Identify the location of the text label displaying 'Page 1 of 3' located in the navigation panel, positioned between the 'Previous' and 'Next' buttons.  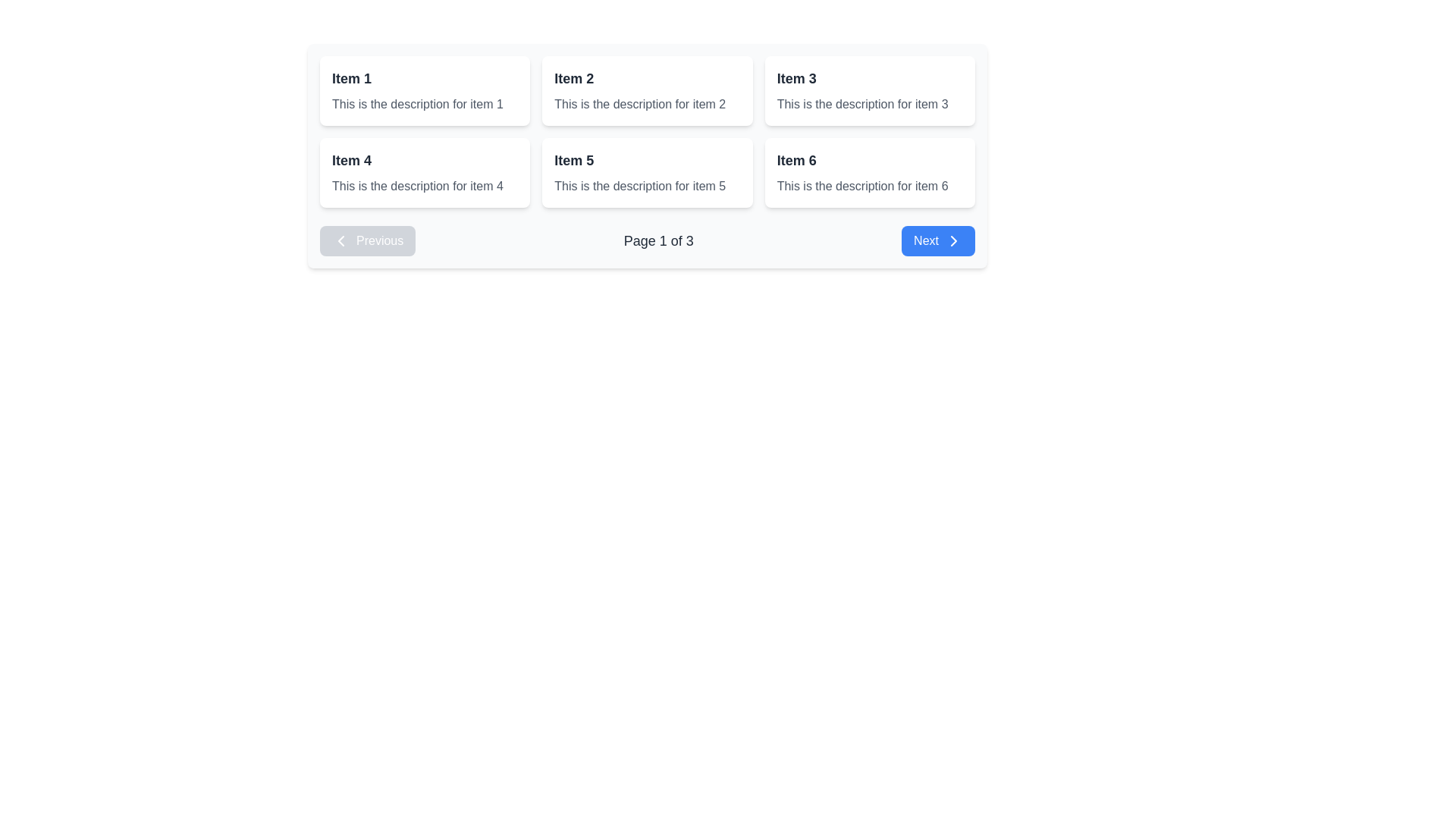
(658, 240).